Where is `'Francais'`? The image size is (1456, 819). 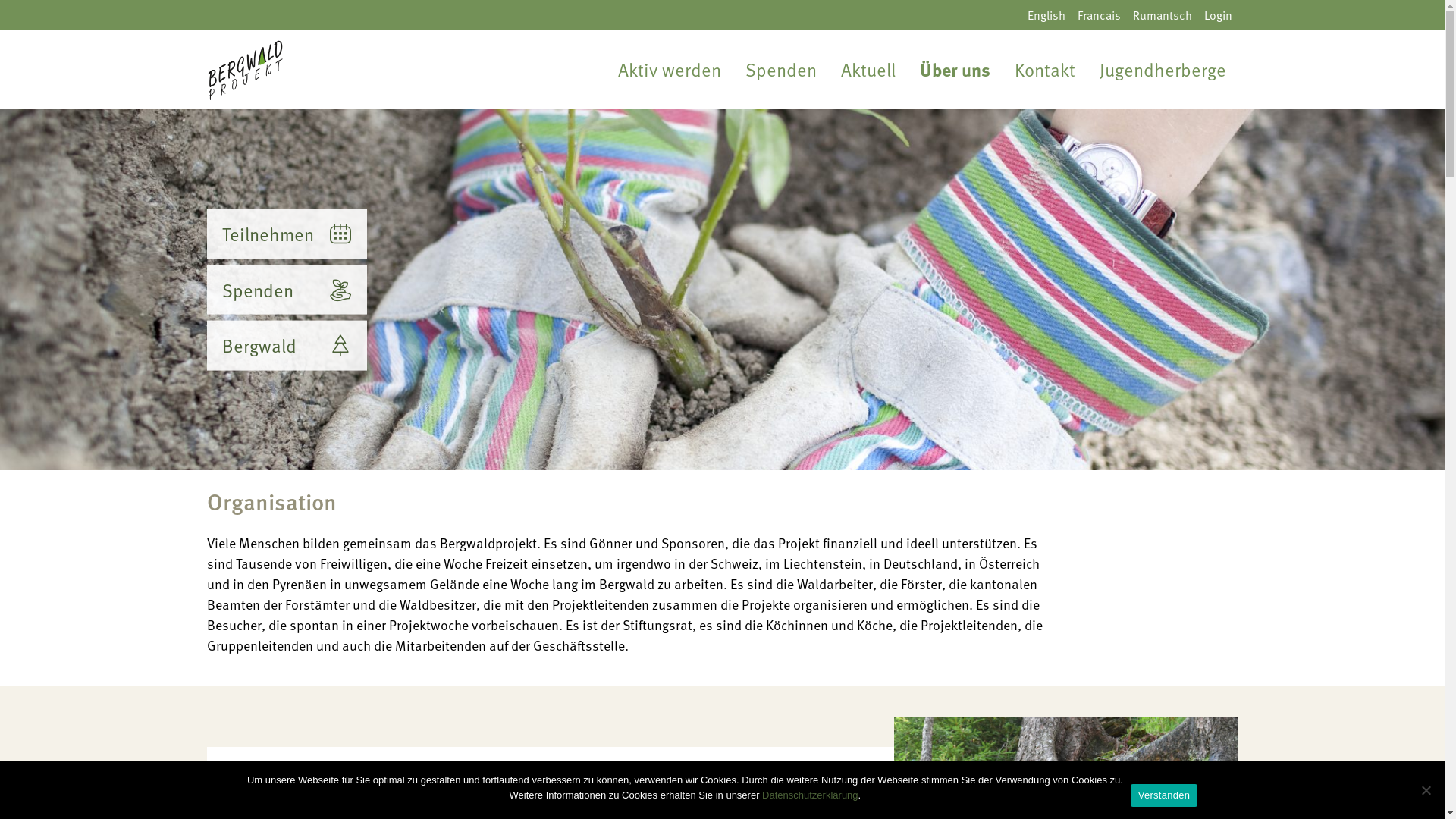
'Francais' is located at coordinates (1069, 14).